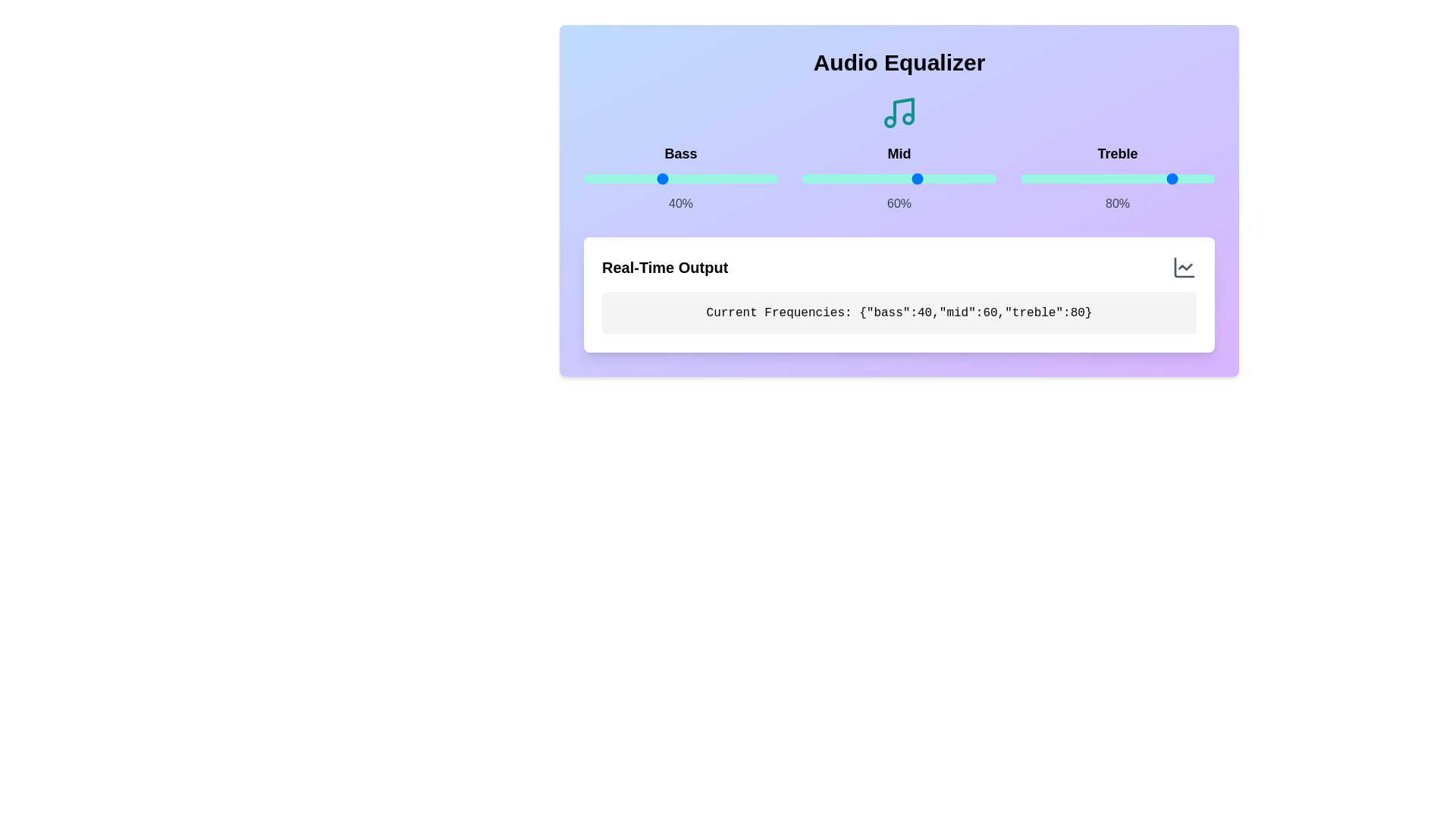 This screenshot has width=1456, height=819. Describe the element at coordinates (1078, 177) in the screenshot. I see `the 'Treble' slider` at that location.